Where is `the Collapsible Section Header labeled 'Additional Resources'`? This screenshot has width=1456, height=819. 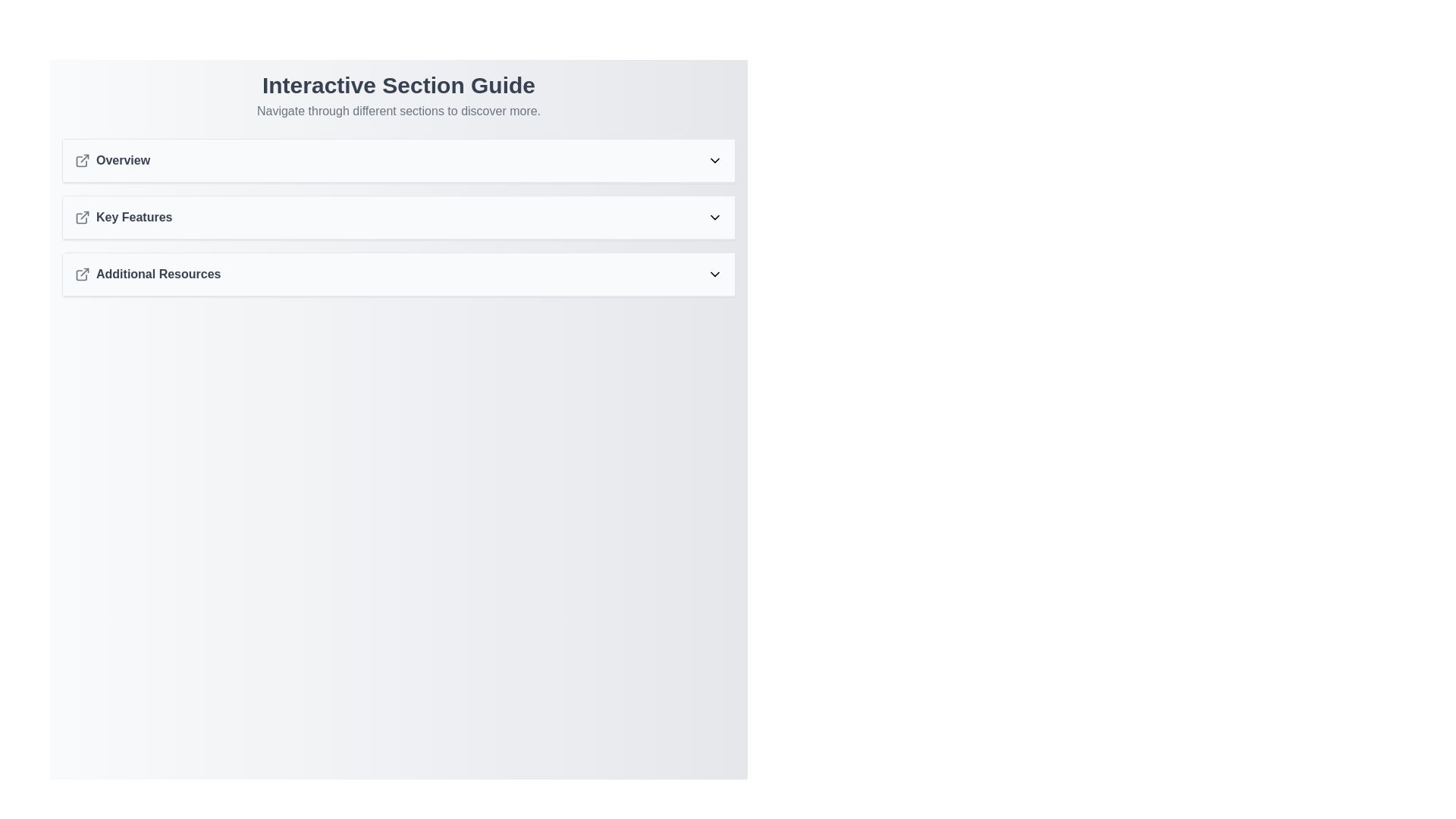
the Collapsible Section Header labeled 'Additional Resources' is located at coordinates (399, 275).